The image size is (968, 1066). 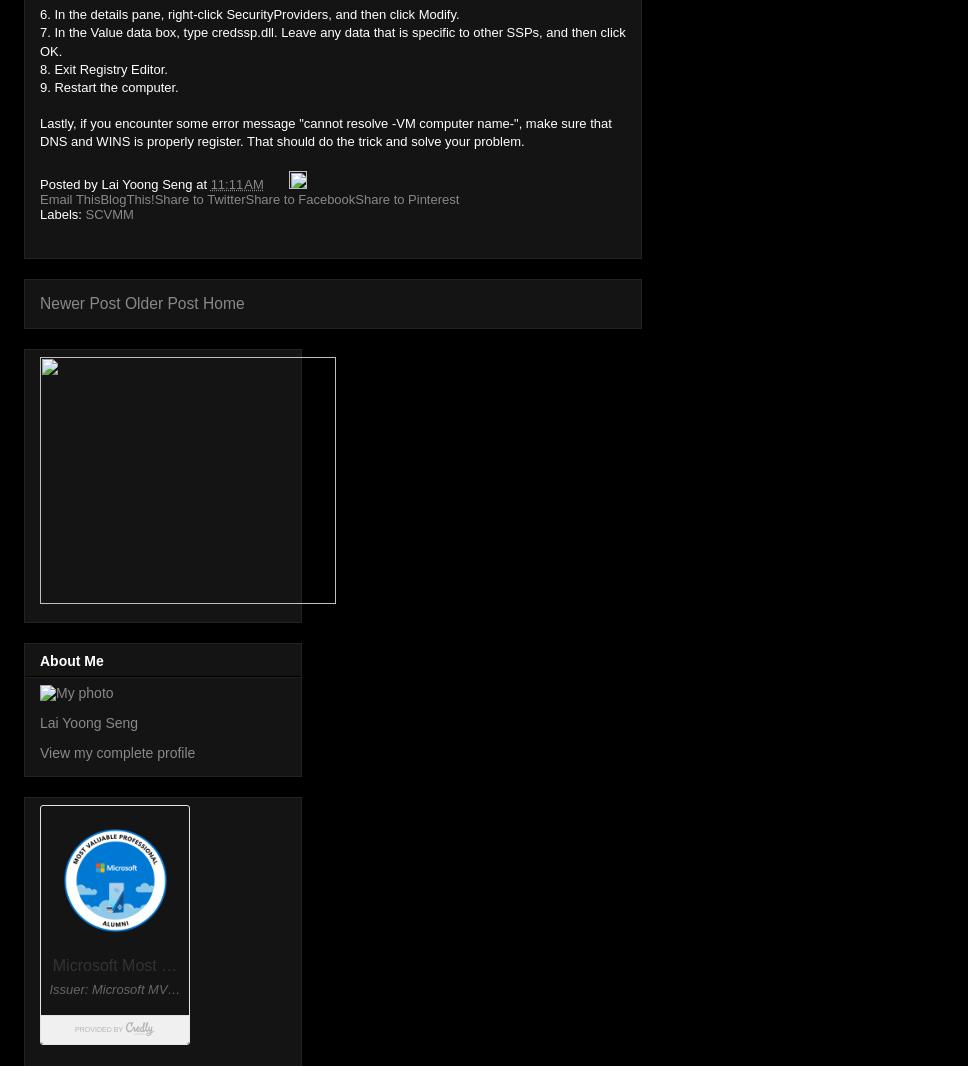 I want to click on 'Posted by', so click(x=69, y=183).